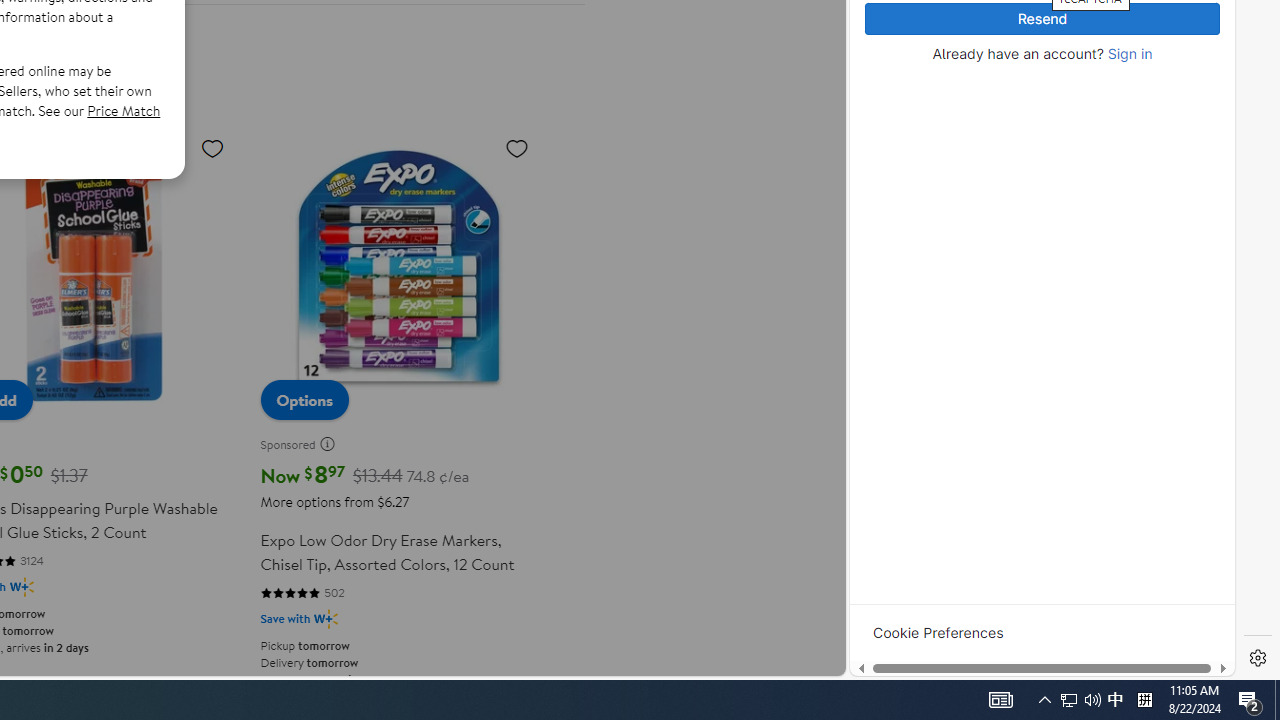 Image resolution: width=1280 pixels, height=720 pixels. I want to click on 'Resend', so click(1041, 19).